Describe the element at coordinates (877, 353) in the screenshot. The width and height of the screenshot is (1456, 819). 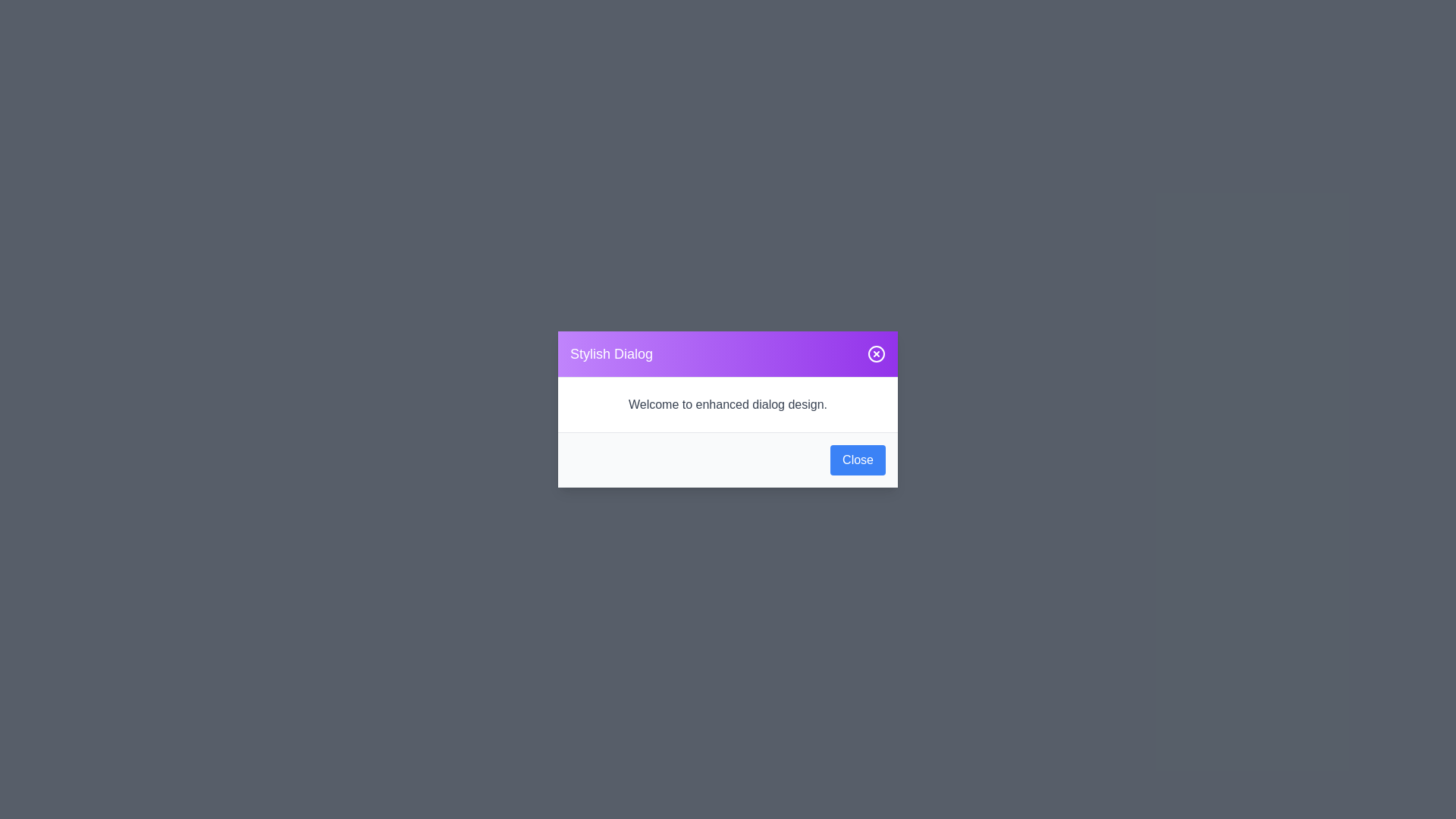
I see `the circular close button with a white border and 'X' shape on the purple background in the header of the 'Stylish Dialog'` at that location.